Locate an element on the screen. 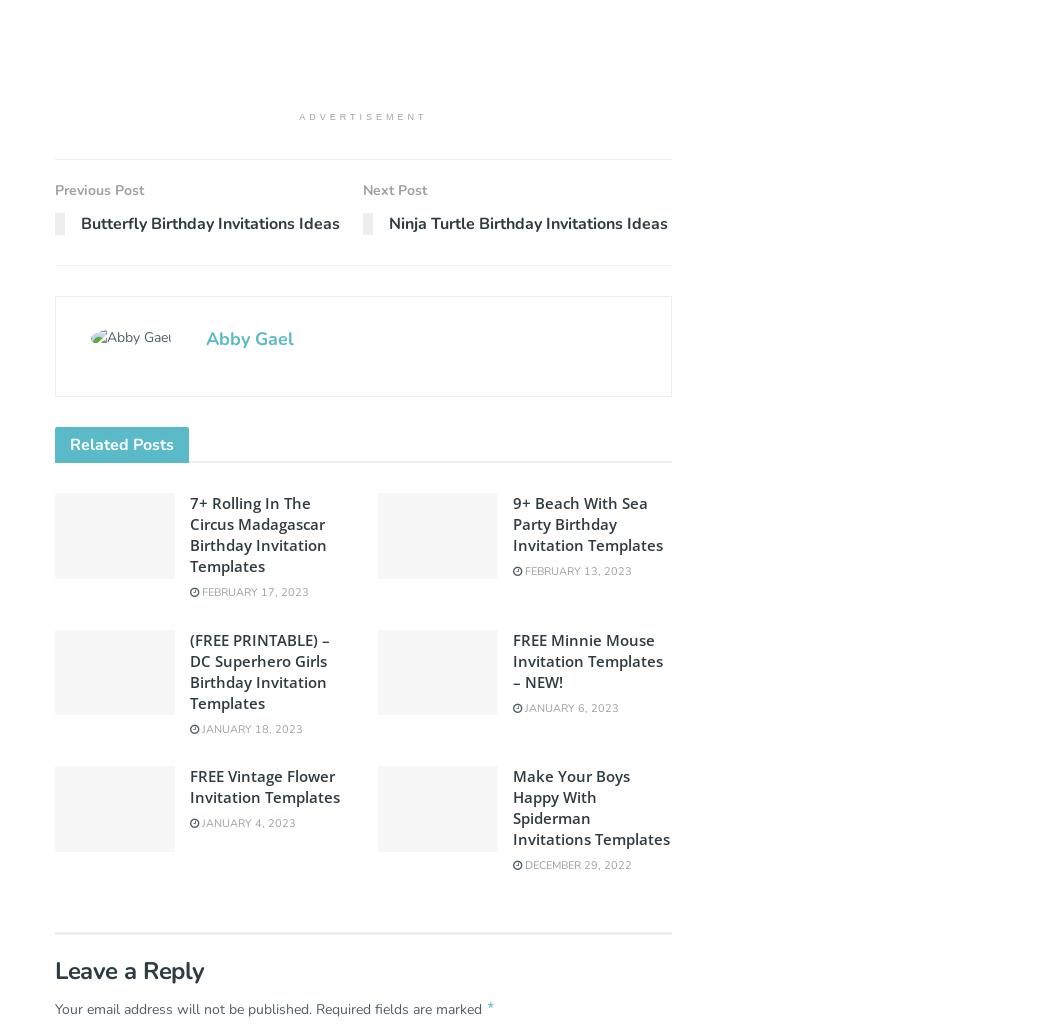  'January 18, 2023' is located at coordinates (250, 727).